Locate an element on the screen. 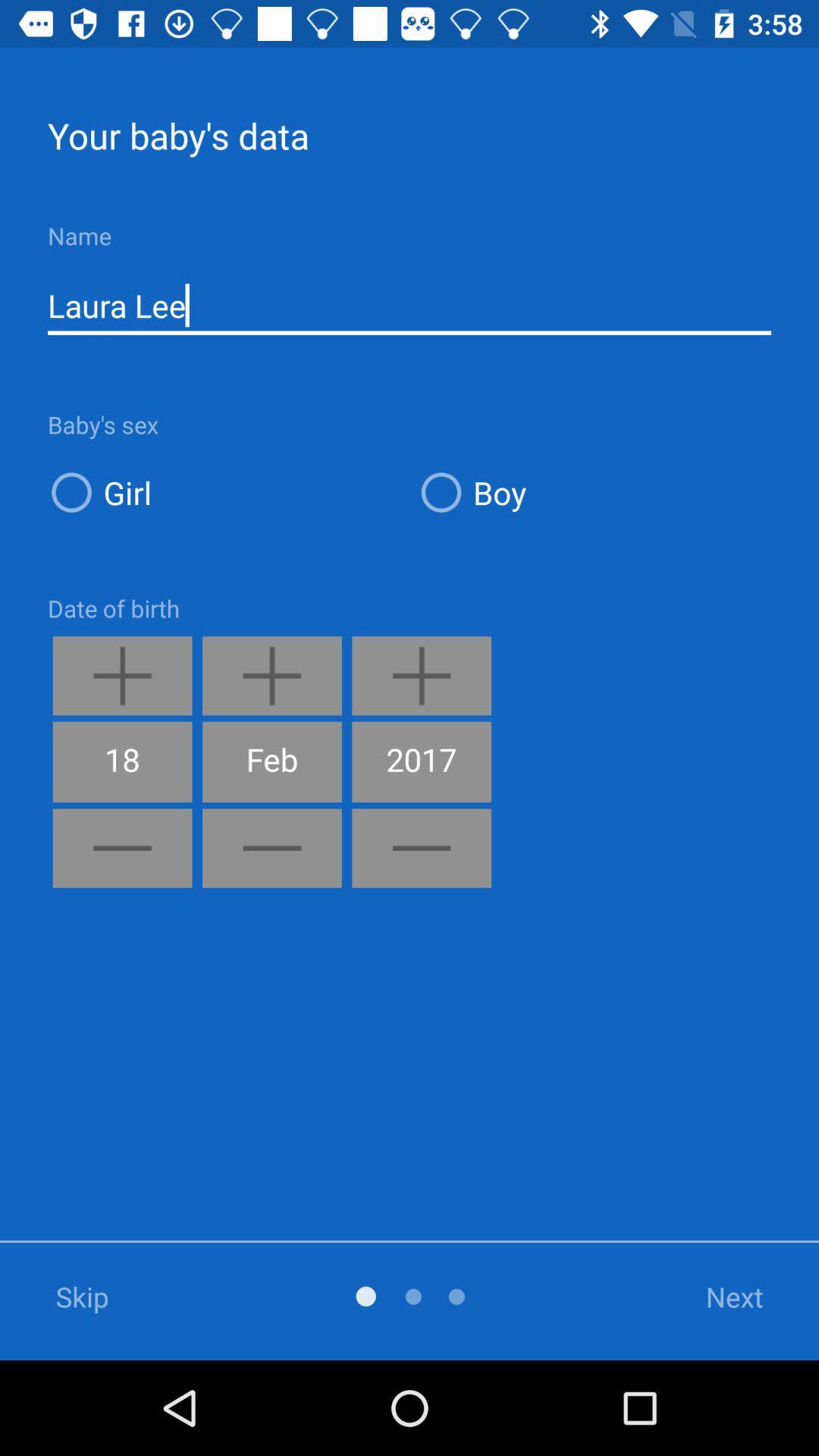  the icon below the boy is located at coordinates (715, 1295).